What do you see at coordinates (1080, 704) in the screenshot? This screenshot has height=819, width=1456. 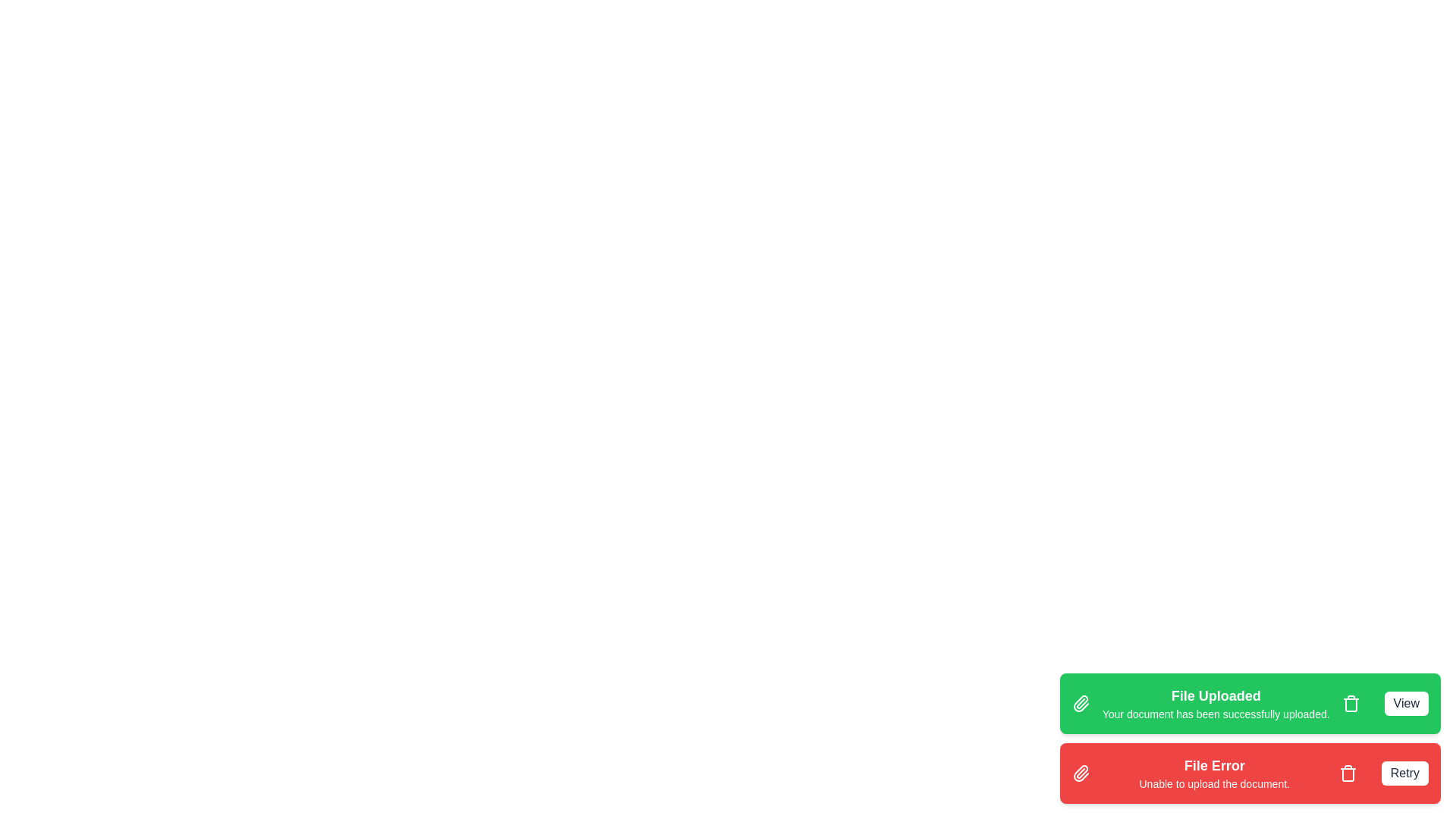 I see `the paperclip icon in the notification` at bounding box center [1080, 704].